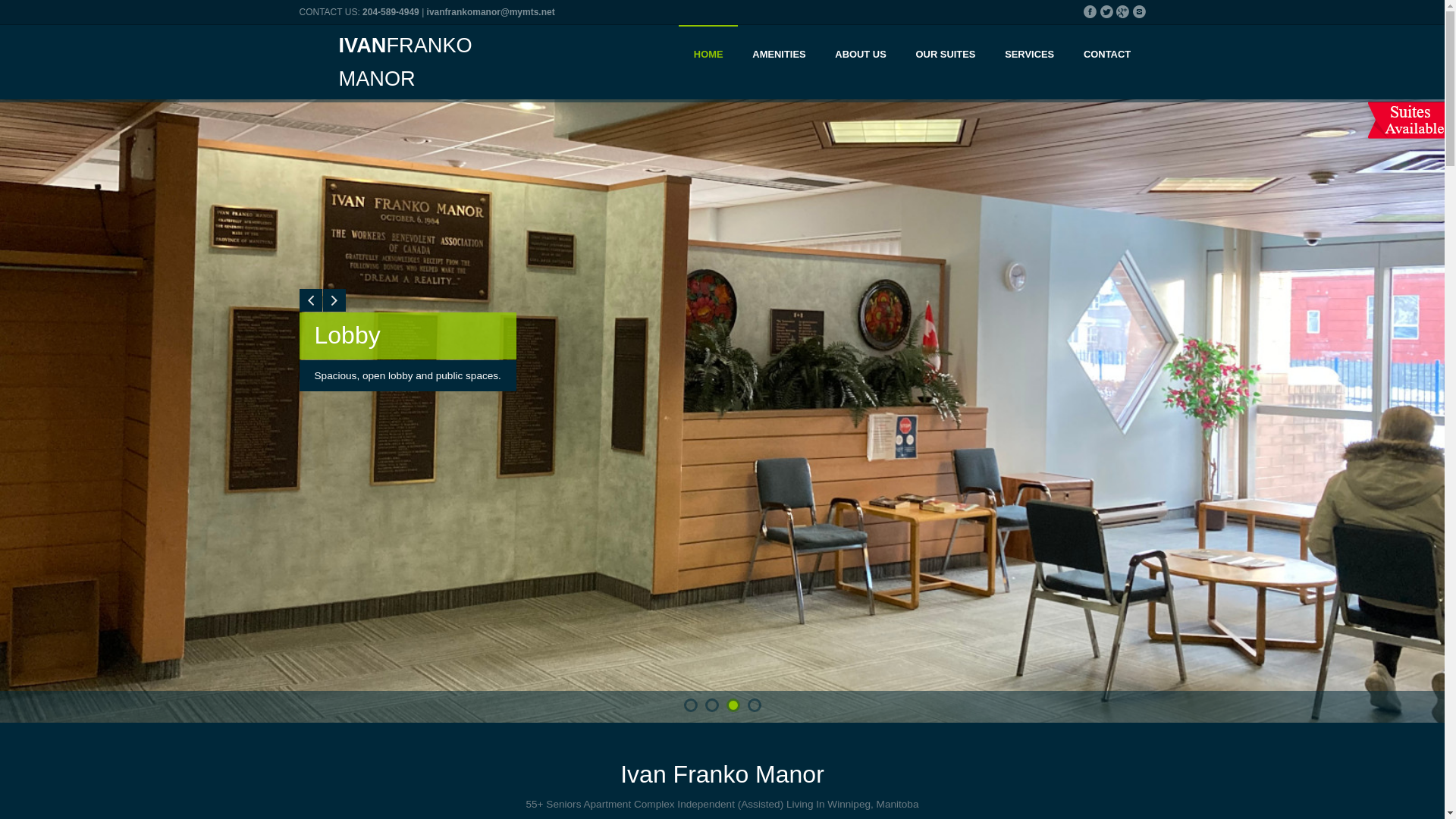  I want to click on 'ABOUT US', so click(860, 55).